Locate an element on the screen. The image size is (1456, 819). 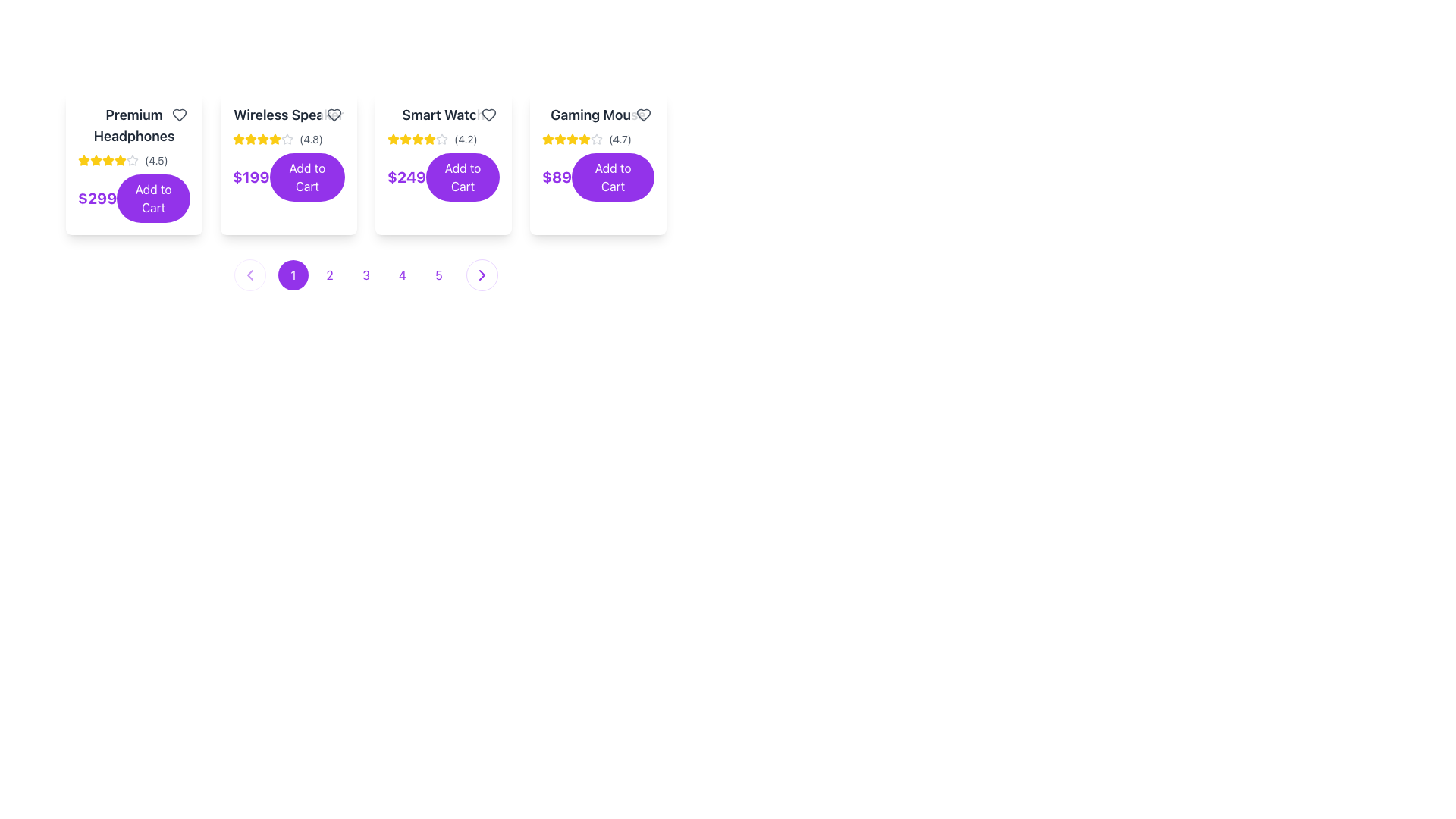
the second filled yellow star icon in the rating section of the Wireless Speaker product card to interact with the rating system is located at coordinates (262, 139).